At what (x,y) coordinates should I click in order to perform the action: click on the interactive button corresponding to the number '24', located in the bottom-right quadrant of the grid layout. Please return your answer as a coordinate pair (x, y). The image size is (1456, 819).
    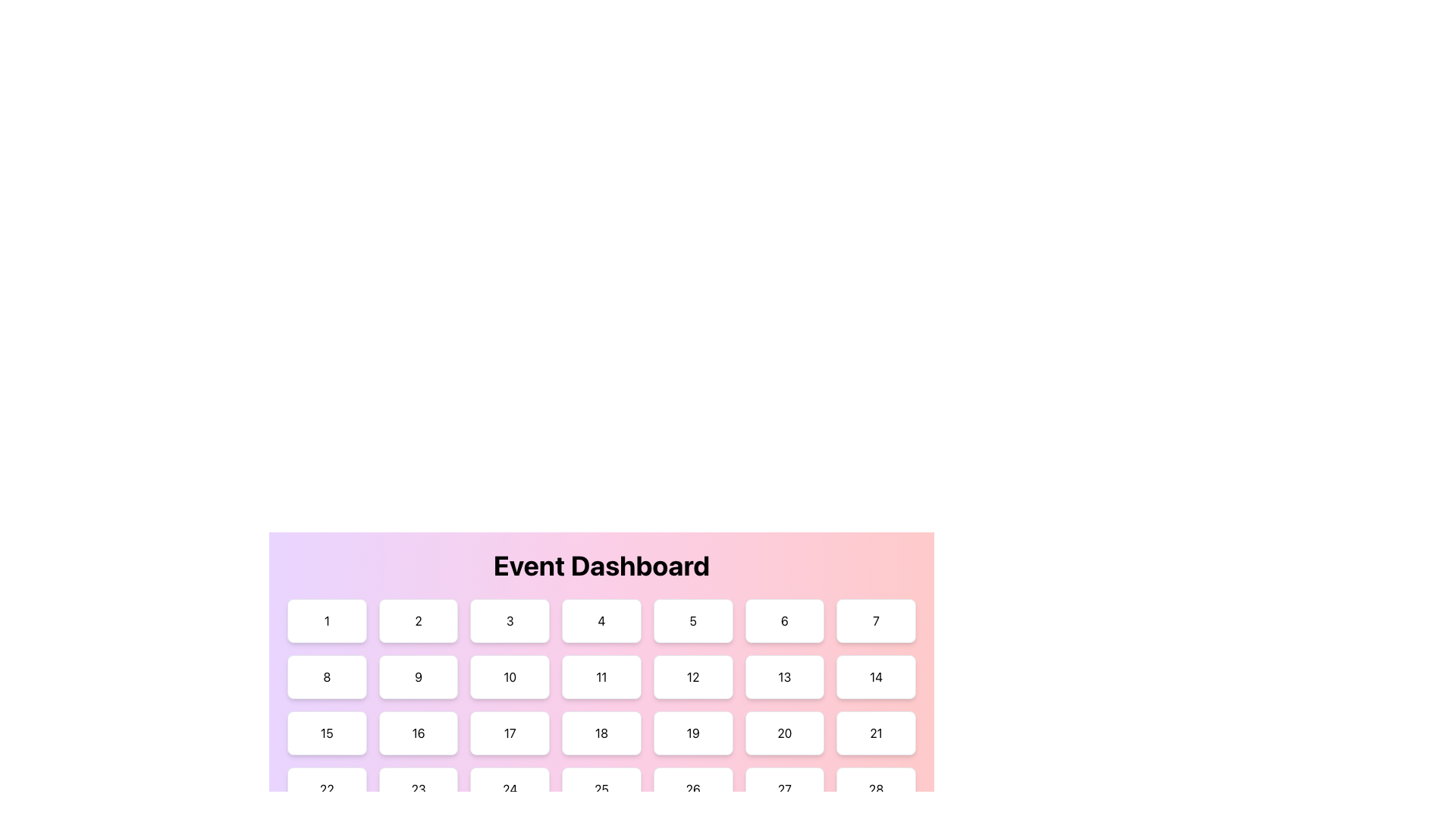
    Looking at the image, I should click on (510, 789).